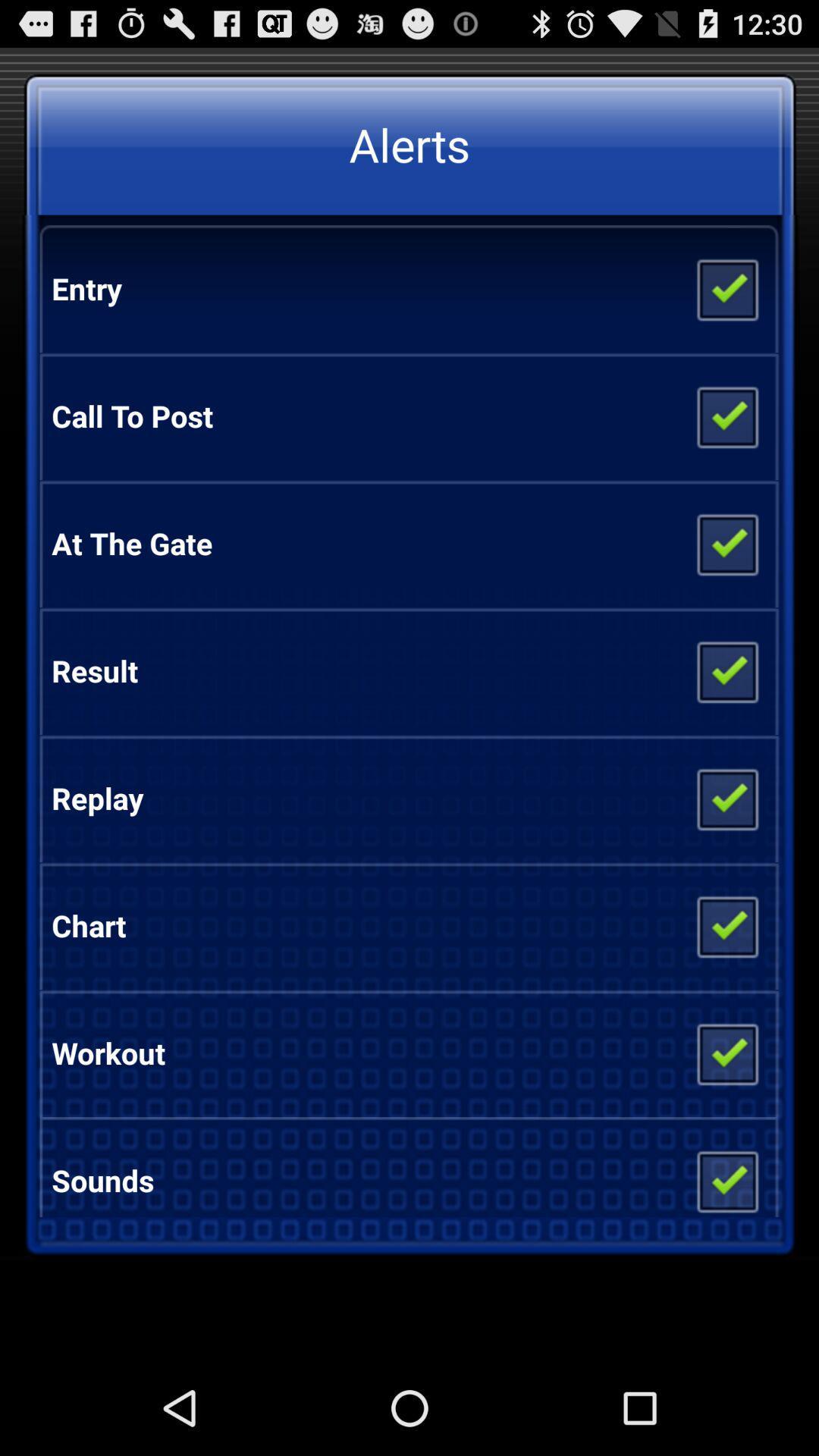  What do you see at coordinates (726, 288) in the screenshot?
I see `the item below the alerts item` at bounding box center [726, 288].